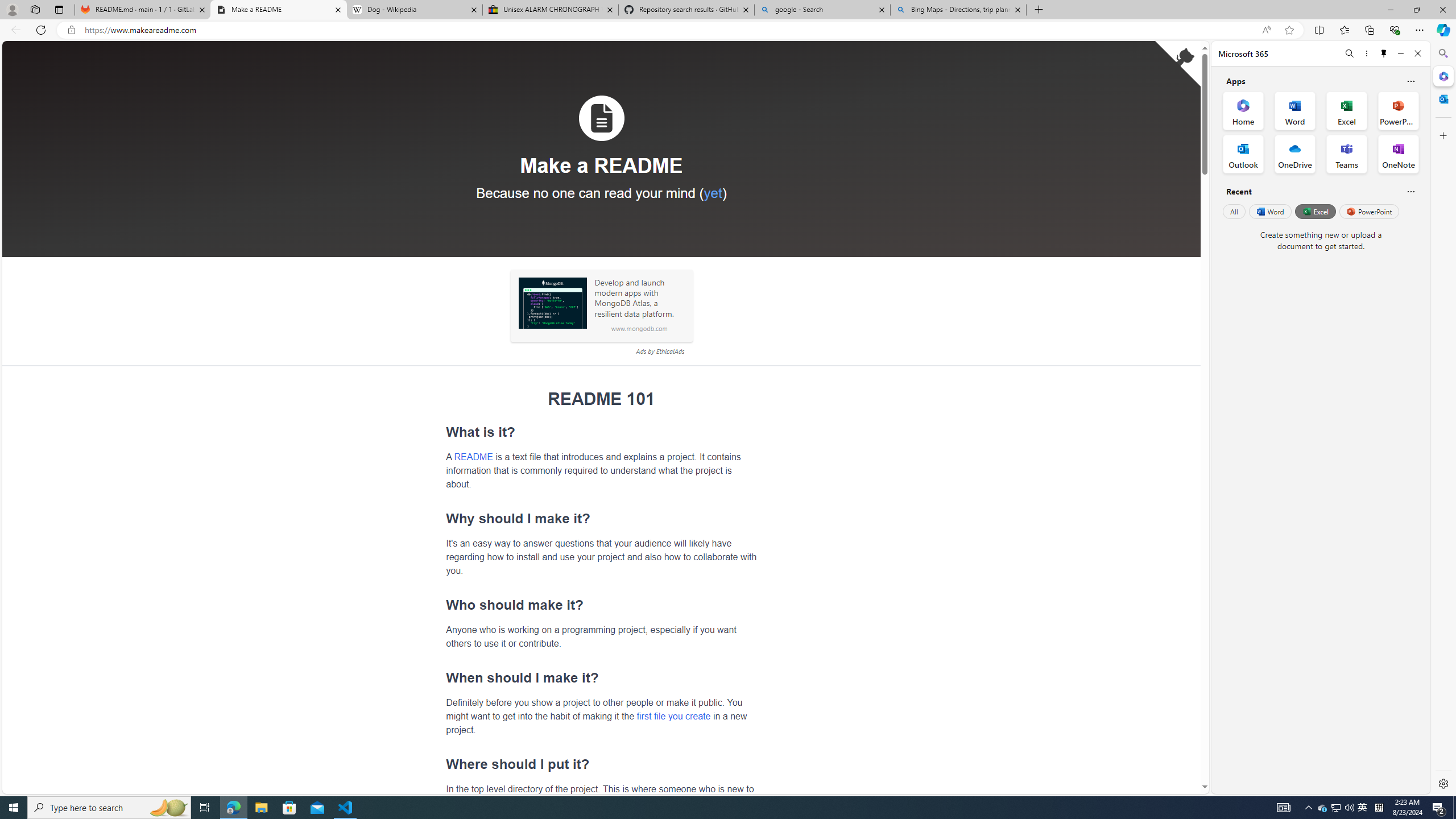 The image size is (1456, 819). Describe the element at coordinates (415, 9) in the screenshot. I see `'Dog - Wikipedia'` at that location.